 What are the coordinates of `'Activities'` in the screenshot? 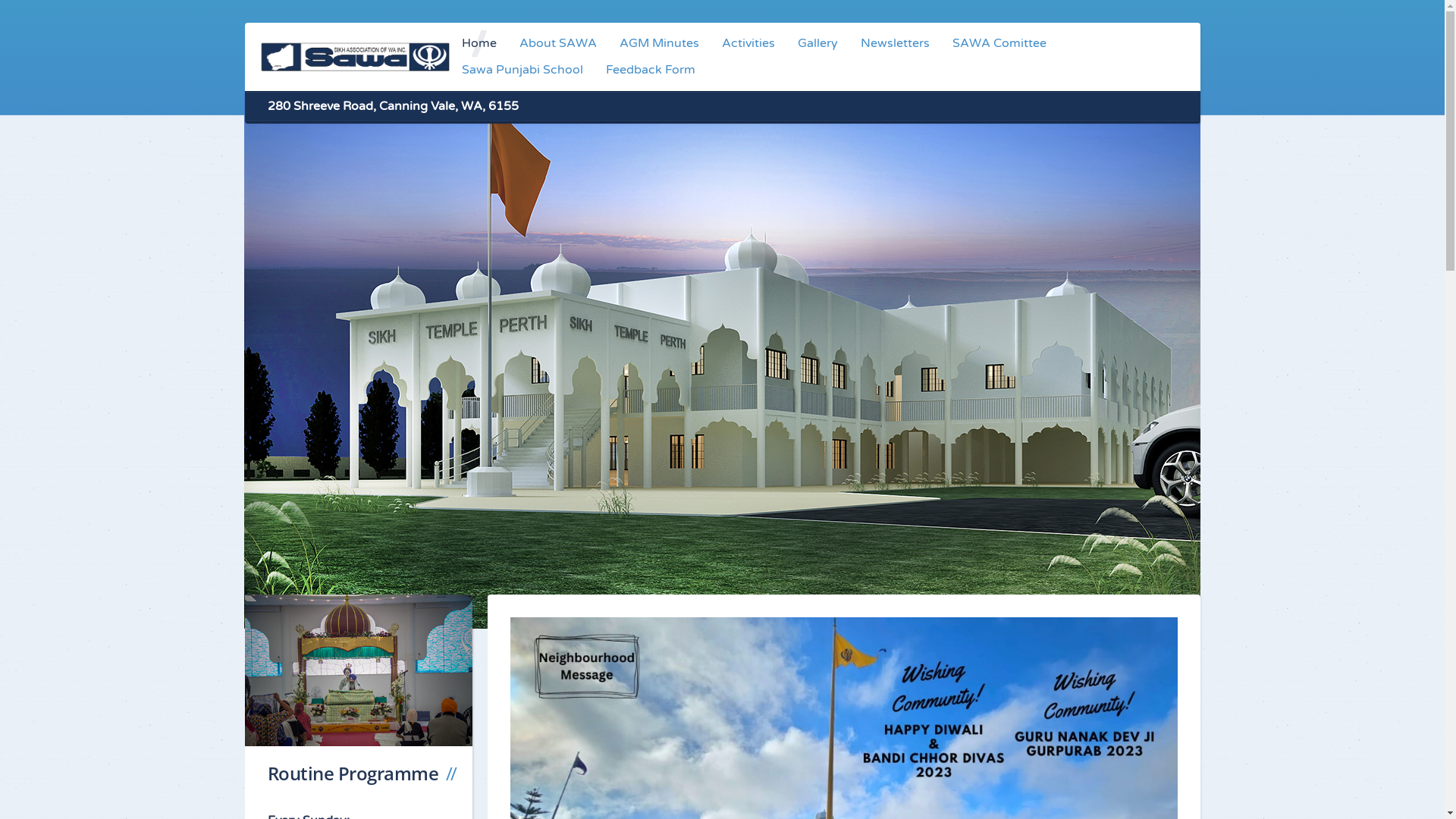 It's located at (748, 42).